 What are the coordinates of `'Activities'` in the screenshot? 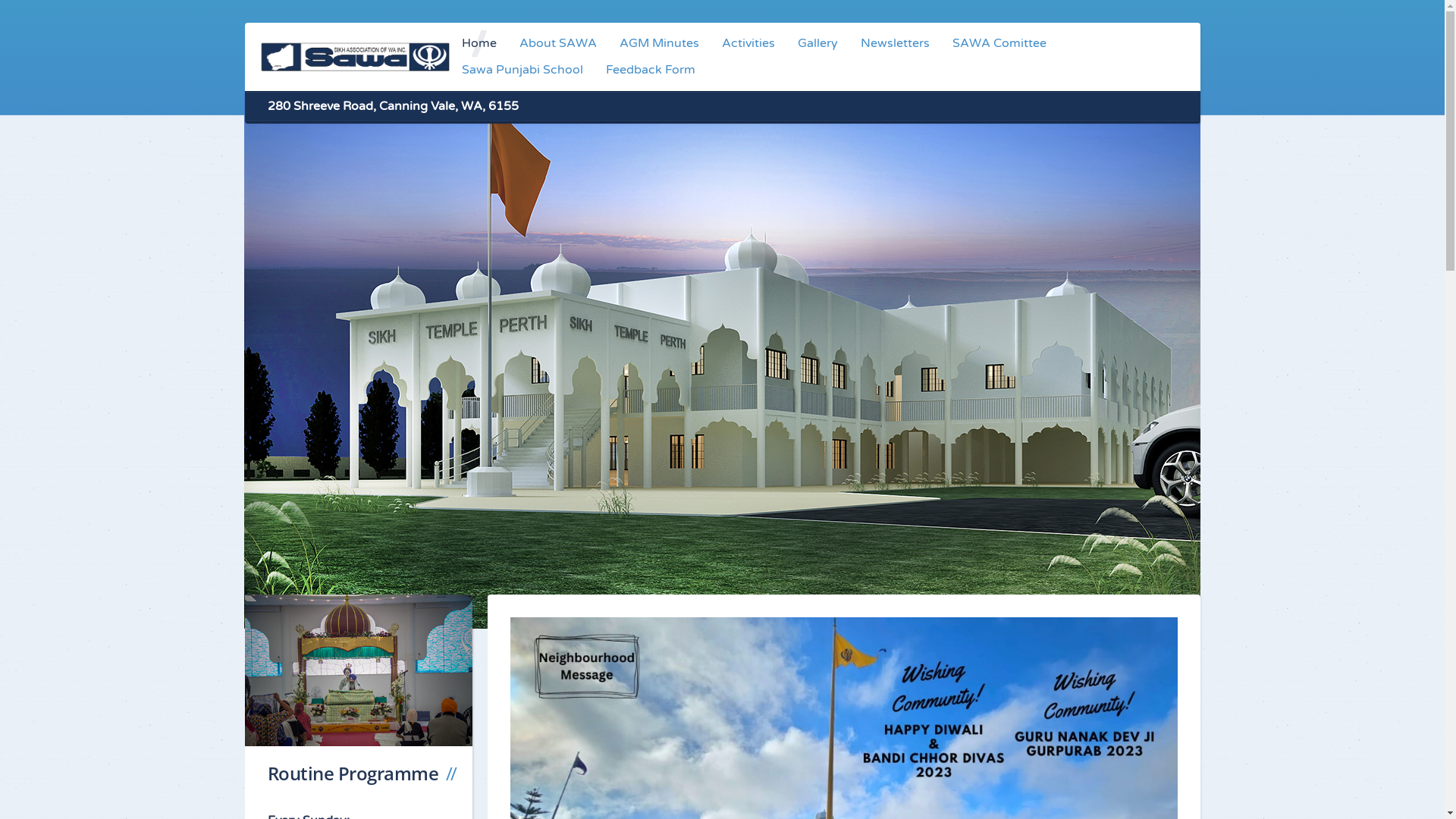 It's located at (748, 42).